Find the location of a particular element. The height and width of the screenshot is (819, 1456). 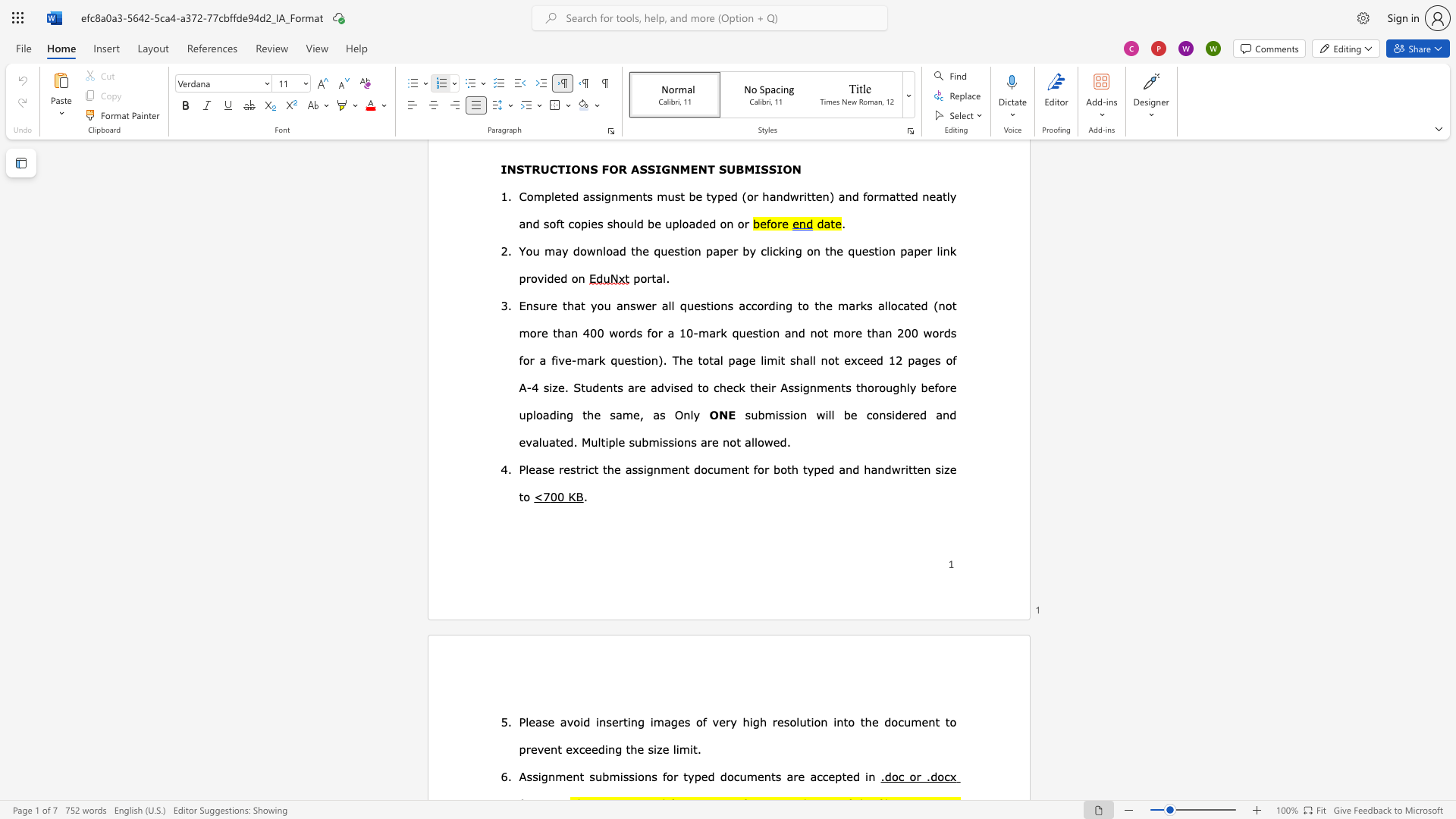

the 1th character "i" in the text is located at coordinates (605, 748).